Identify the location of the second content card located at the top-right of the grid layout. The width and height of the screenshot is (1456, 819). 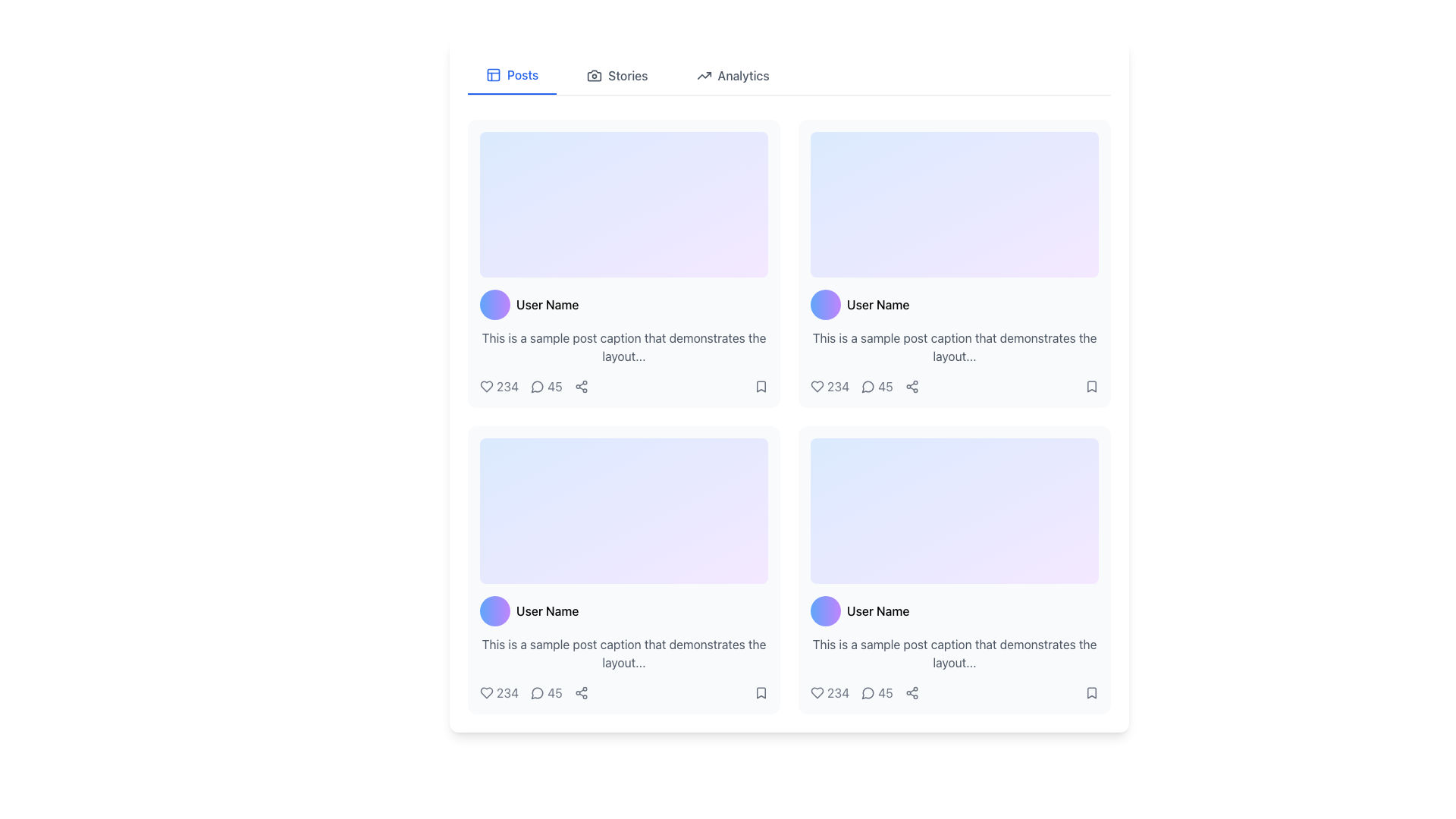
(953, 262).